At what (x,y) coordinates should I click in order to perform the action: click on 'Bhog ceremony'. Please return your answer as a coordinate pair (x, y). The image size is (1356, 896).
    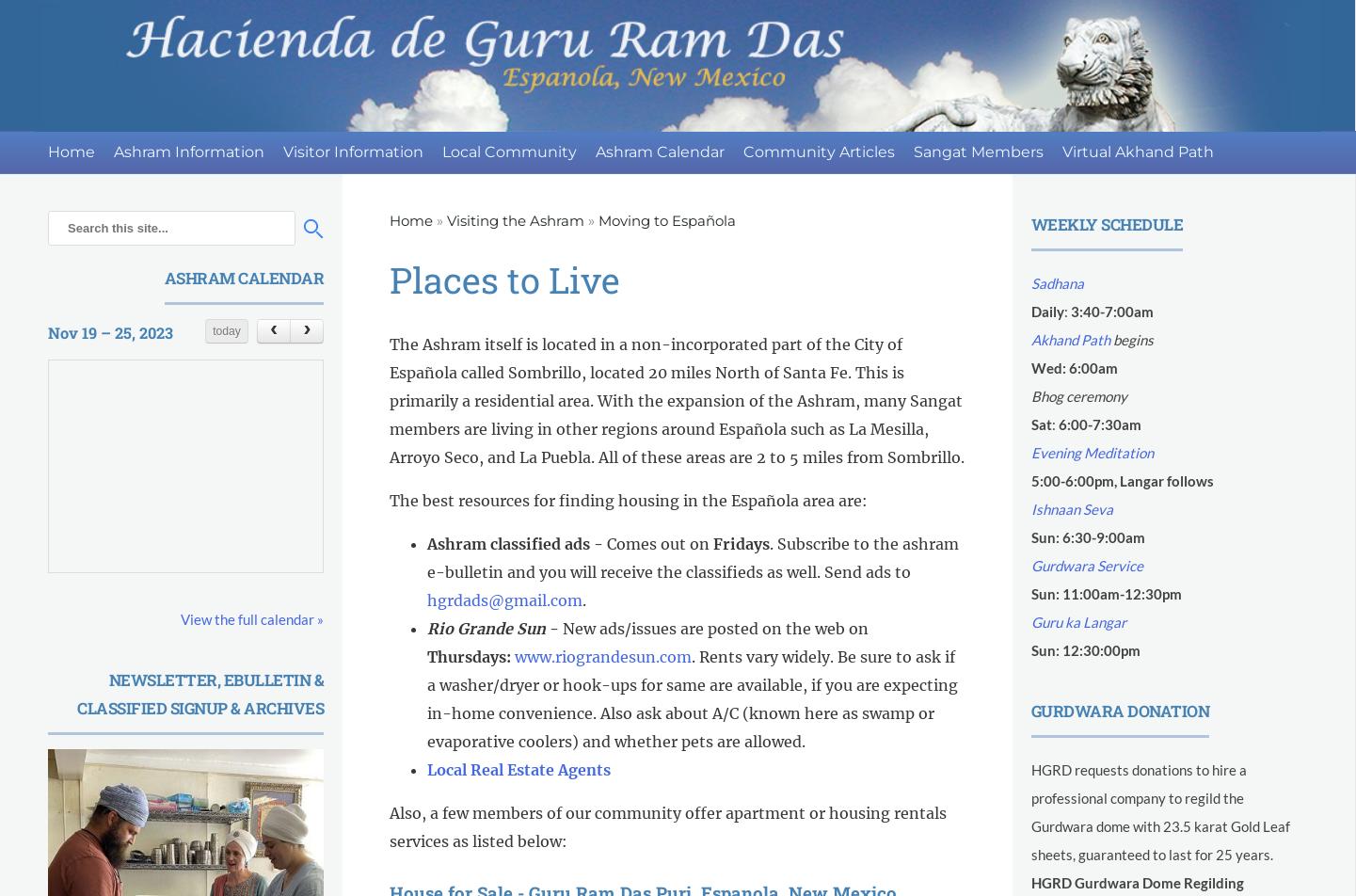
    Looking at the image, I should click on (1077, 395).